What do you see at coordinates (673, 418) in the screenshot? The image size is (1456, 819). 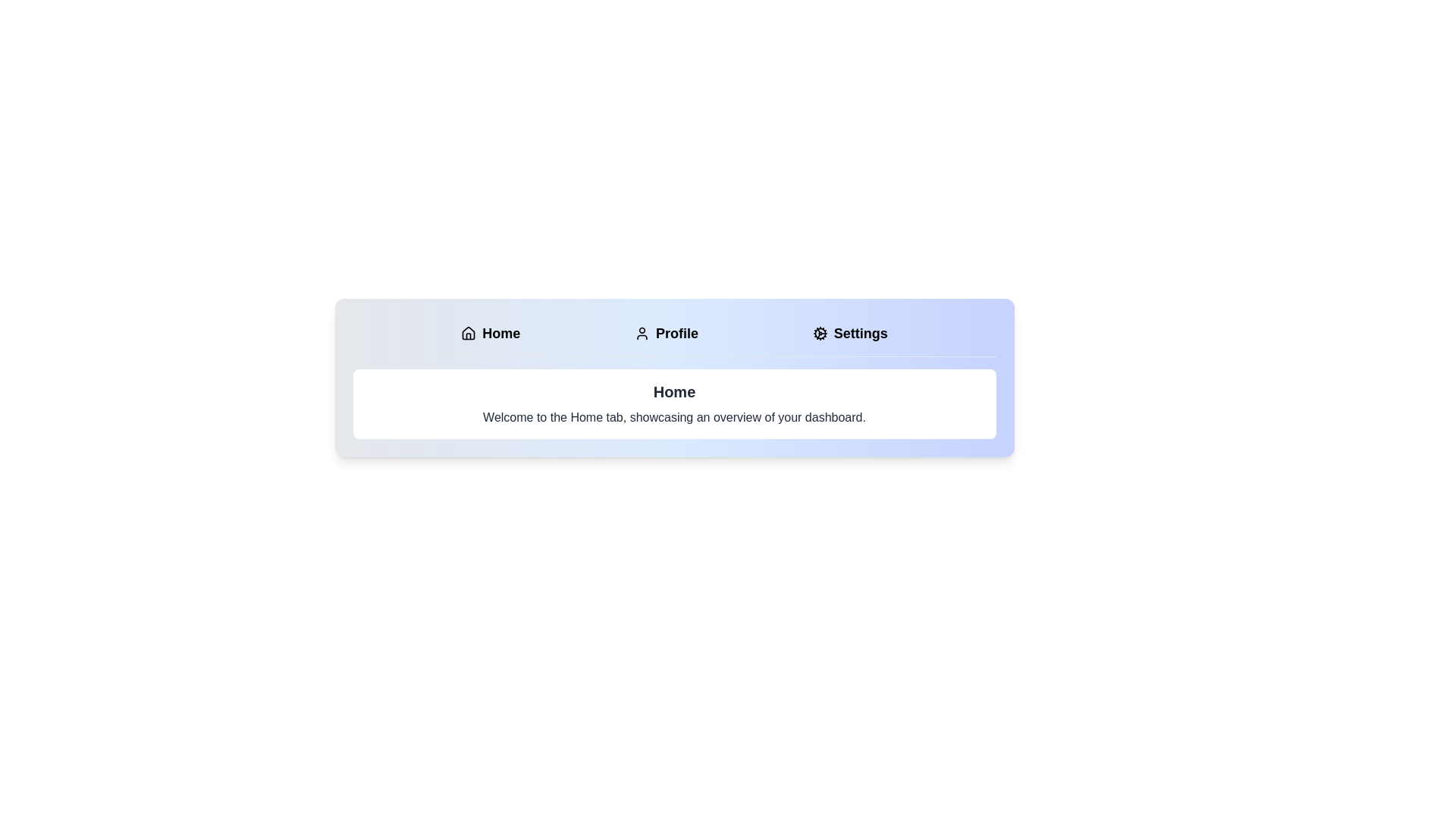 I see `the text label that states 'Welcome to the Home tab, showcasing an overview of your dashboard.' positioned below the 'Home' heading inside a rounded box` at bounding box center [673, 418].